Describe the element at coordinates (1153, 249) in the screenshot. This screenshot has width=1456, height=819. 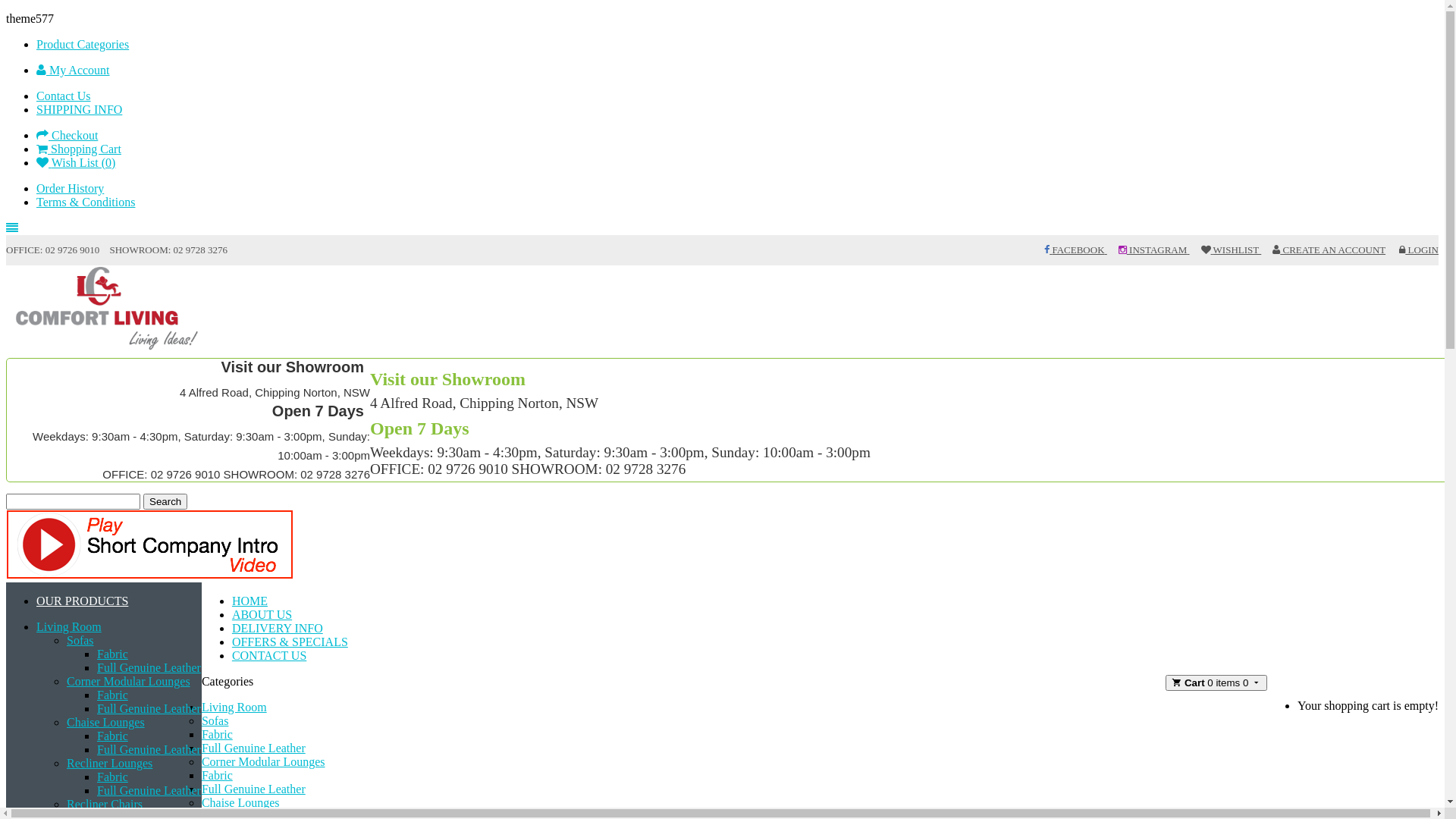
I see `'INSTAGRAM'` at that location.